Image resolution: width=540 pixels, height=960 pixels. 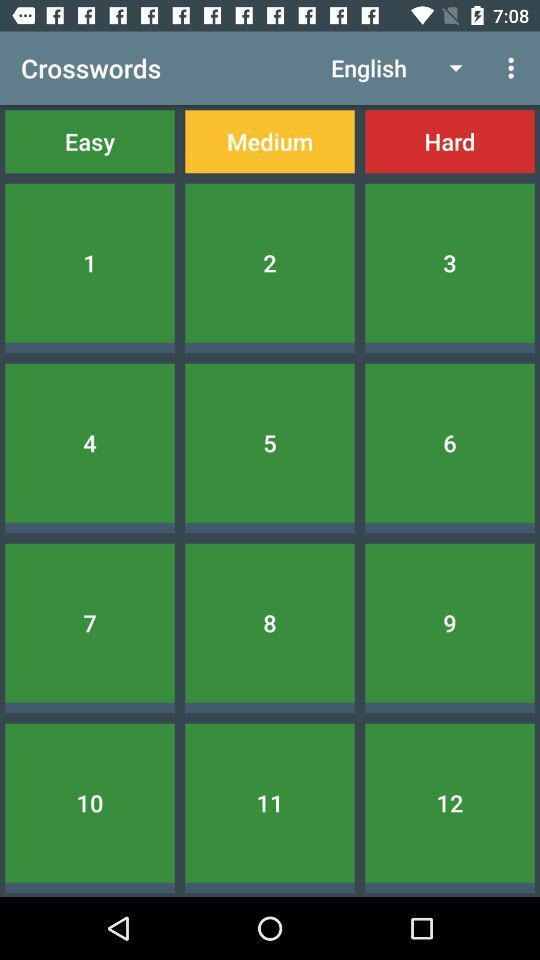 What do you see at coordinates (270, 622) in the screenshot?
I see `the 8 item` at bounding box center [270, 622].